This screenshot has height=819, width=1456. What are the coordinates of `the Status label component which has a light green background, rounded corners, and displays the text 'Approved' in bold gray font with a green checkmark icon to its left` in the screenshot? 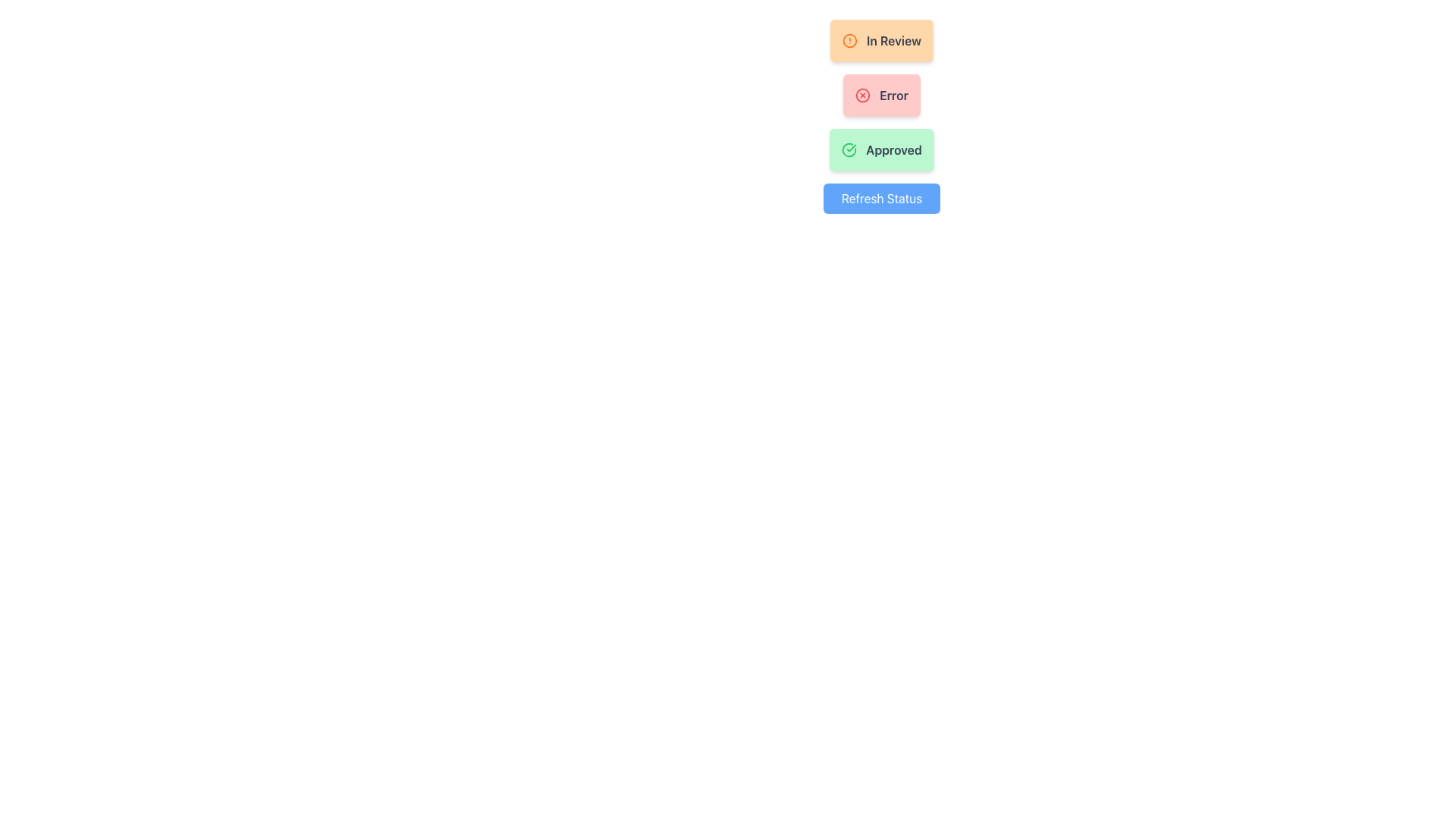 It's located at (881, 149).